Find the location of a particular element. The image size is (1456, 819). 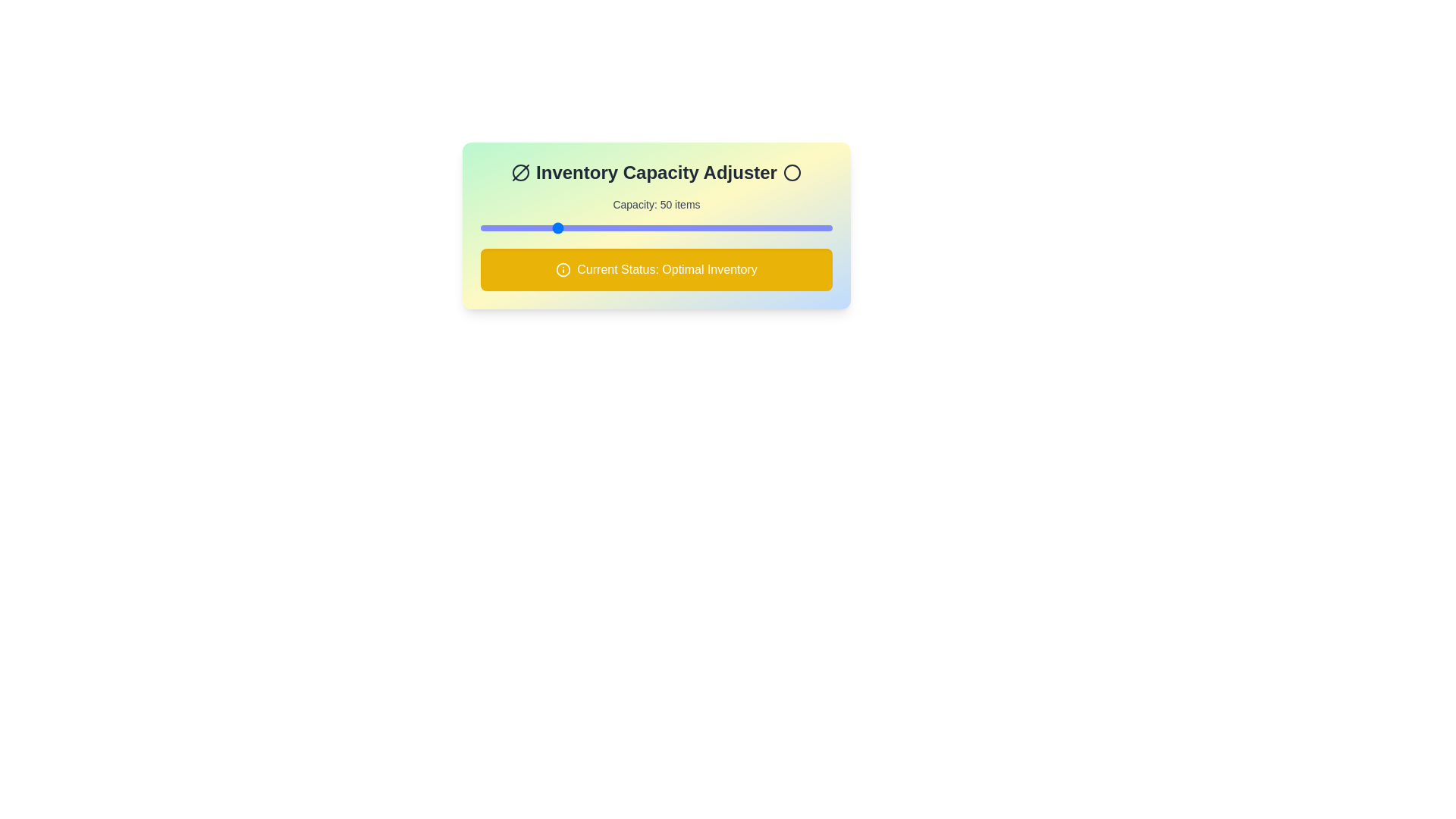

the inventory capacity slider to 93 items is located at coordinates (634, 227).